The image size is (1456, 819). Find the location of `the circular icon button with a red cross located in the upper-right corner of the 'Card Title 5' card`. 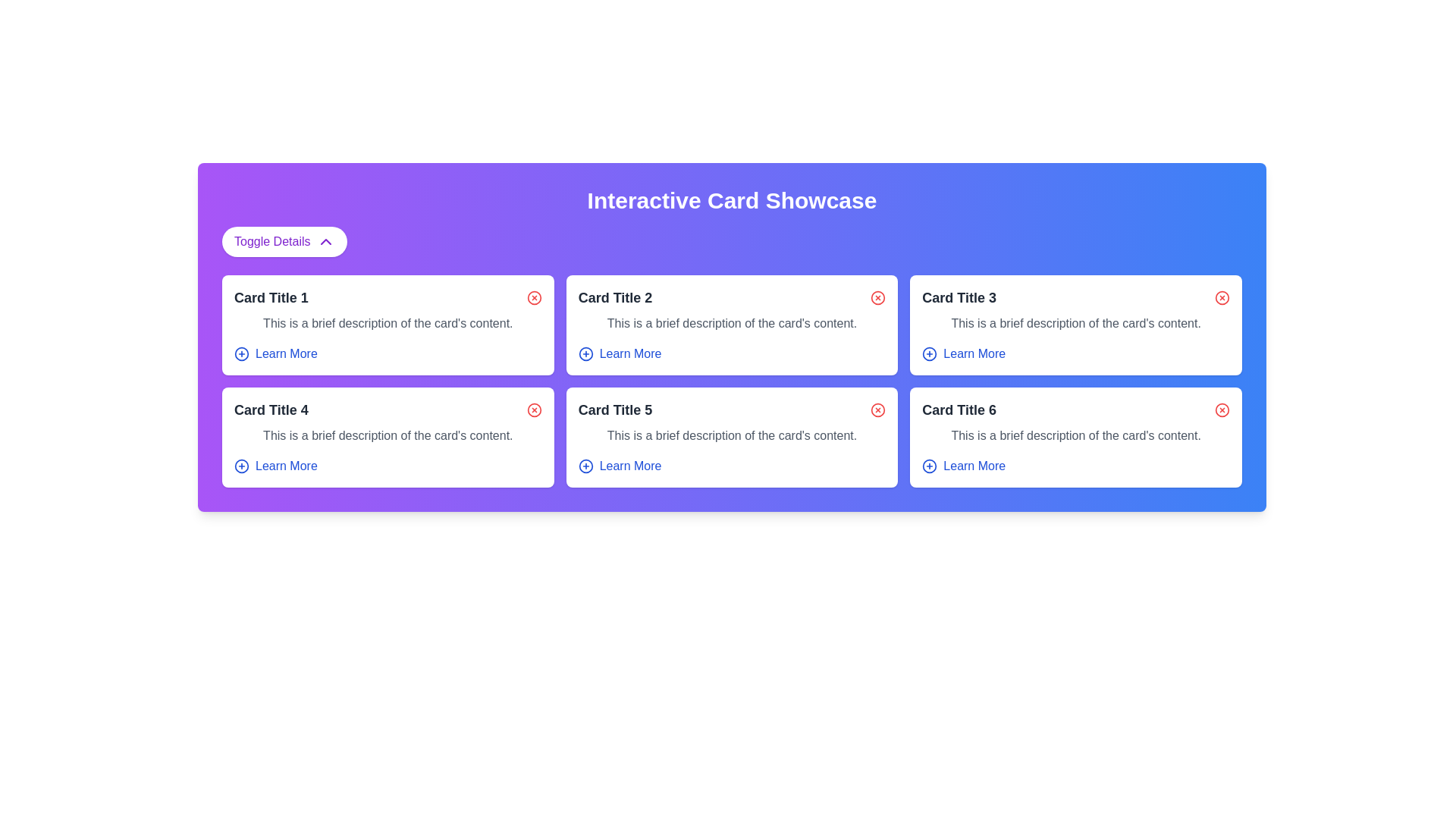

the circular icon button with a red cross located in the upper-right corner of the 'Card Title 5' card is located at coordinates (878, 409).